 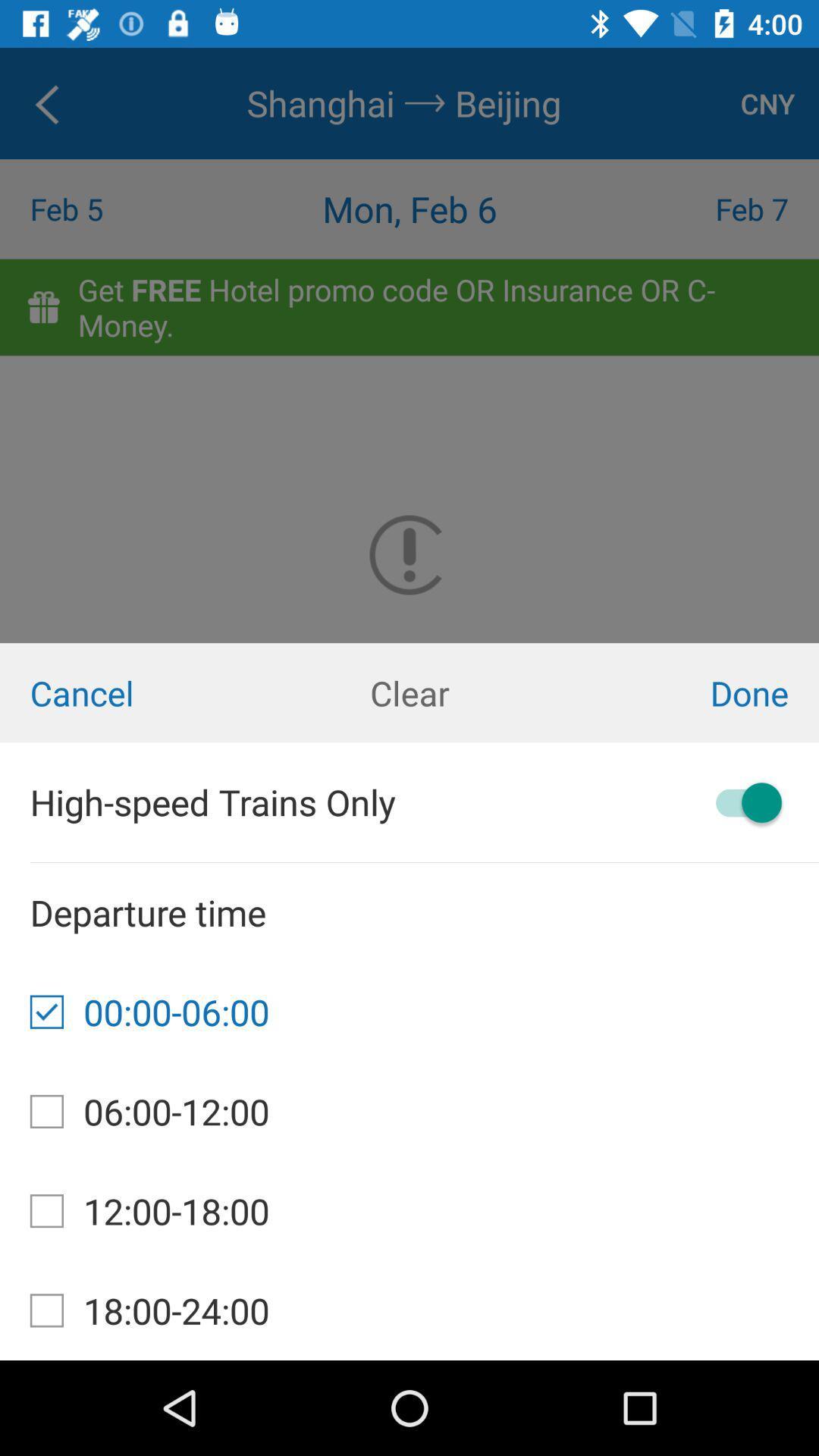 What do you see at coordinates (409, 692) in the screenshot?
I see `the icon to the left of done` at bounding box center [409, 692].